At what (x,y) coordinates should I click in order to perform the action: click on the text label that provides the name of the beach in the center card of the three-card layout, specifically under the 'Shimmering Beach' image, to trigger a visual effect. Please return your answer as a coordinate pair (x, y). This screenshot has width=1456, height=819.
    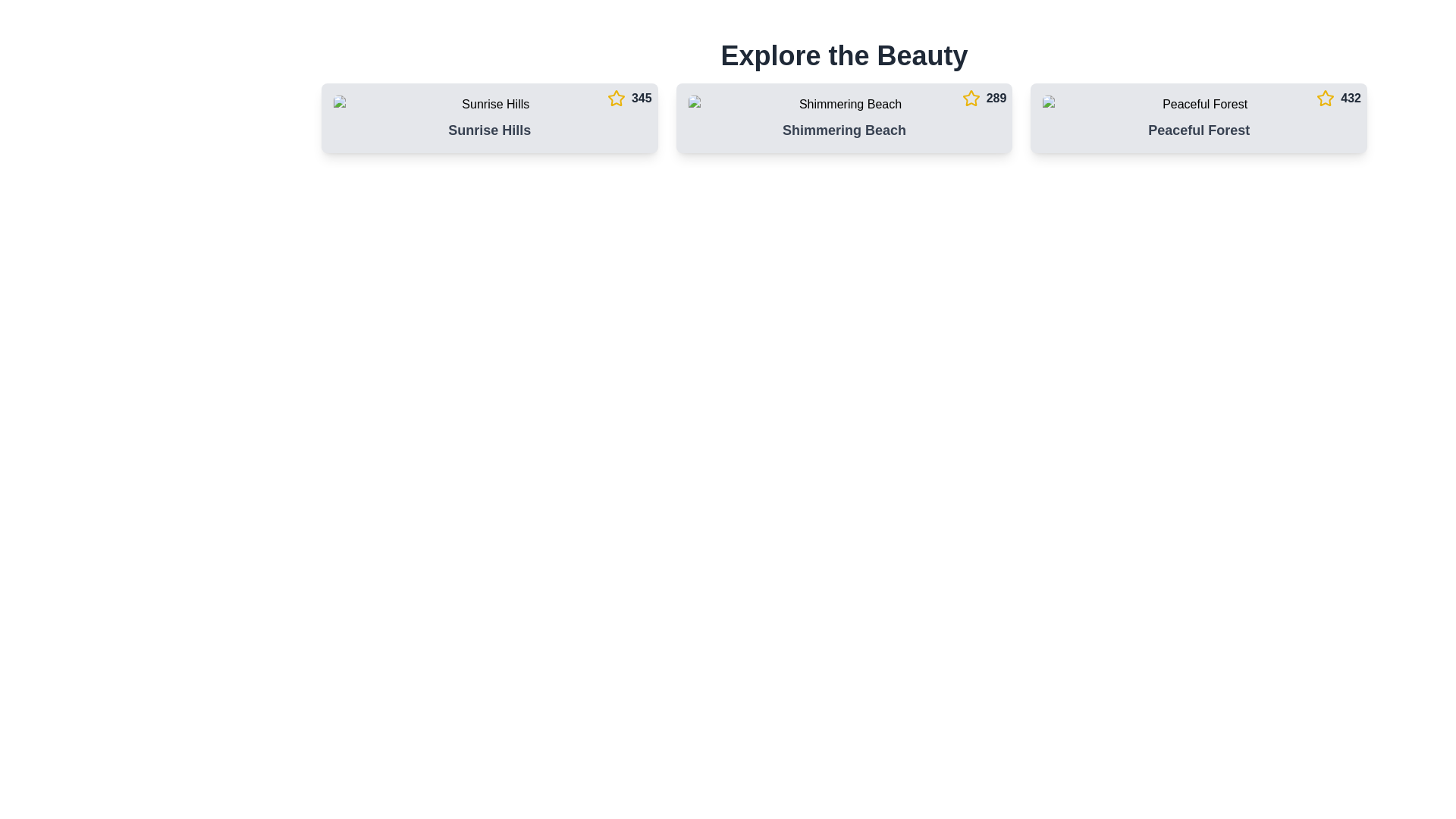
    Looking at the image, I should click on (843, 130).